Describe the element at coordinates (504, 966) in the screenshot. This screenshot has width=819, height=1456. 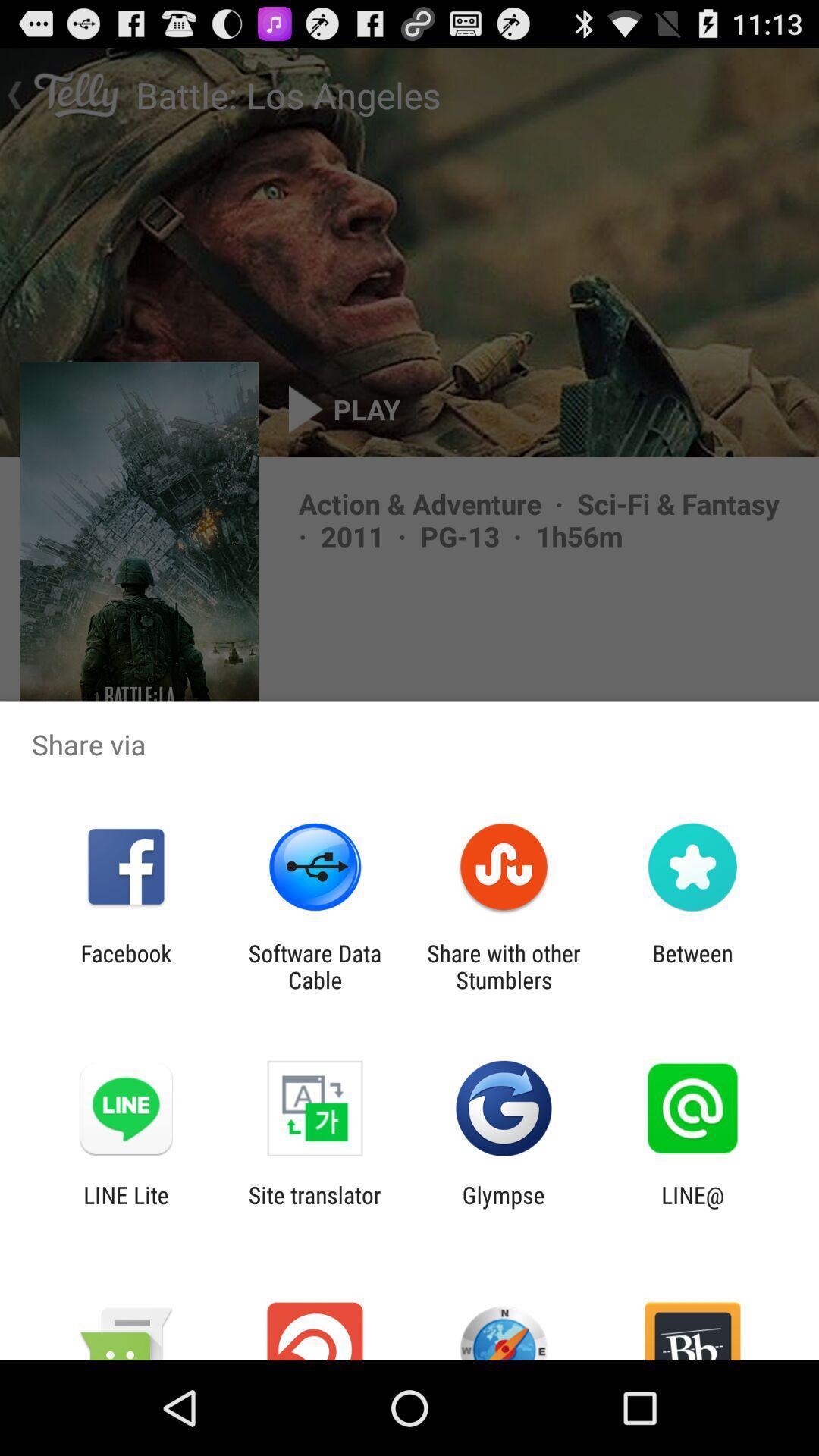
I see `icon to the left of the between icon` at that location.